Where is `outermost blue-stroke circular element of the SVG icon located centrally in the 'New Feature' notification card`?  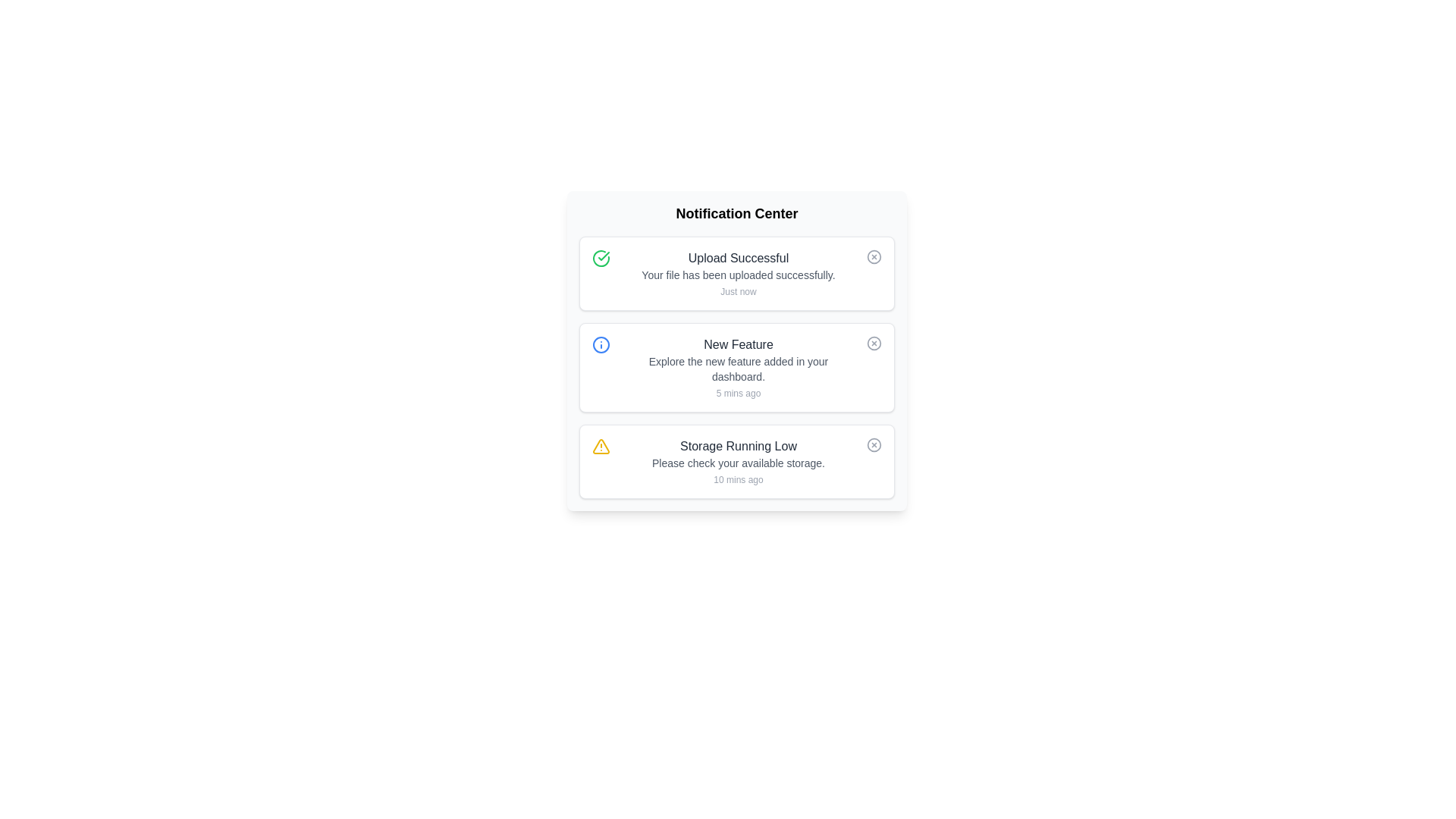
outermost blue-stroke circular element of the SVG icon located centrally in the 'New Feature' notification card is located at coordinates (600, 345).